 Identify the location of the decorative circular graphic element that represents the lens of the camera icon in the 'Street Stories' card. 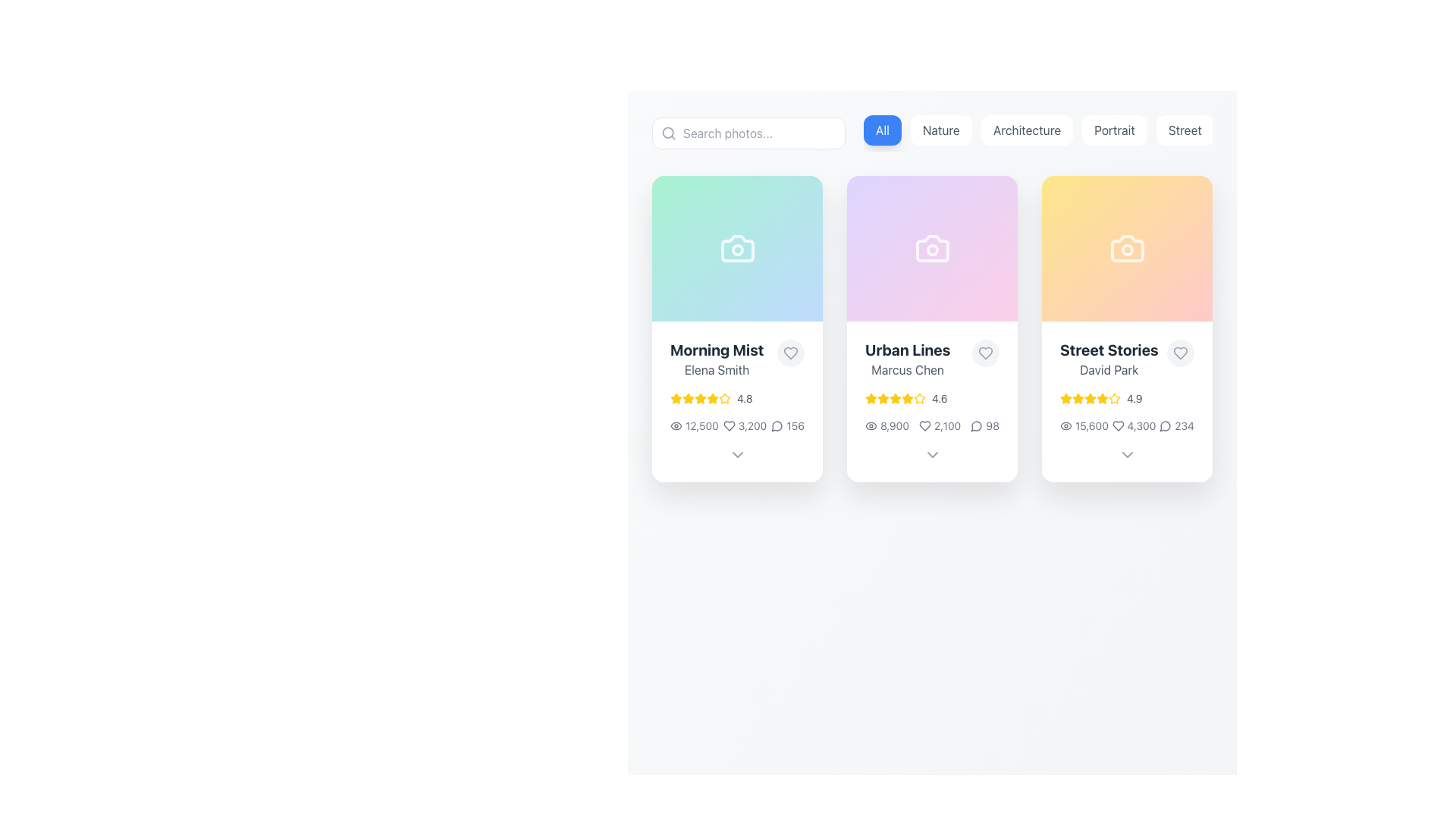
(1127, 249).